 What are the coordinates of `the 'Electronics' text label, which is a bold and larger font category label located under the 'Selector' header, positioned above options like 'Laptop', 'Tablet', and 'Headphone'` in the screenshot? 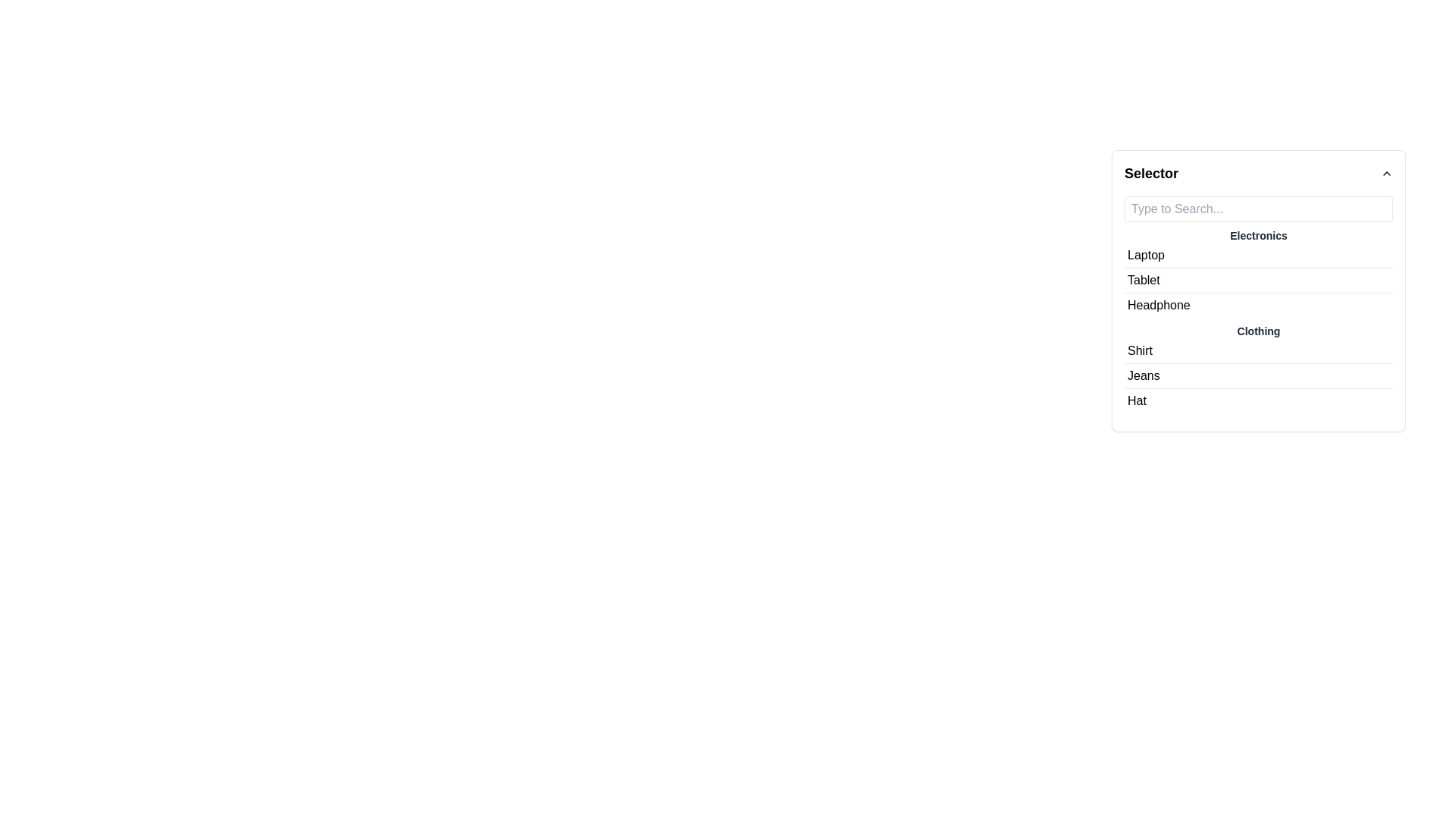 It's located at (1259, 236).